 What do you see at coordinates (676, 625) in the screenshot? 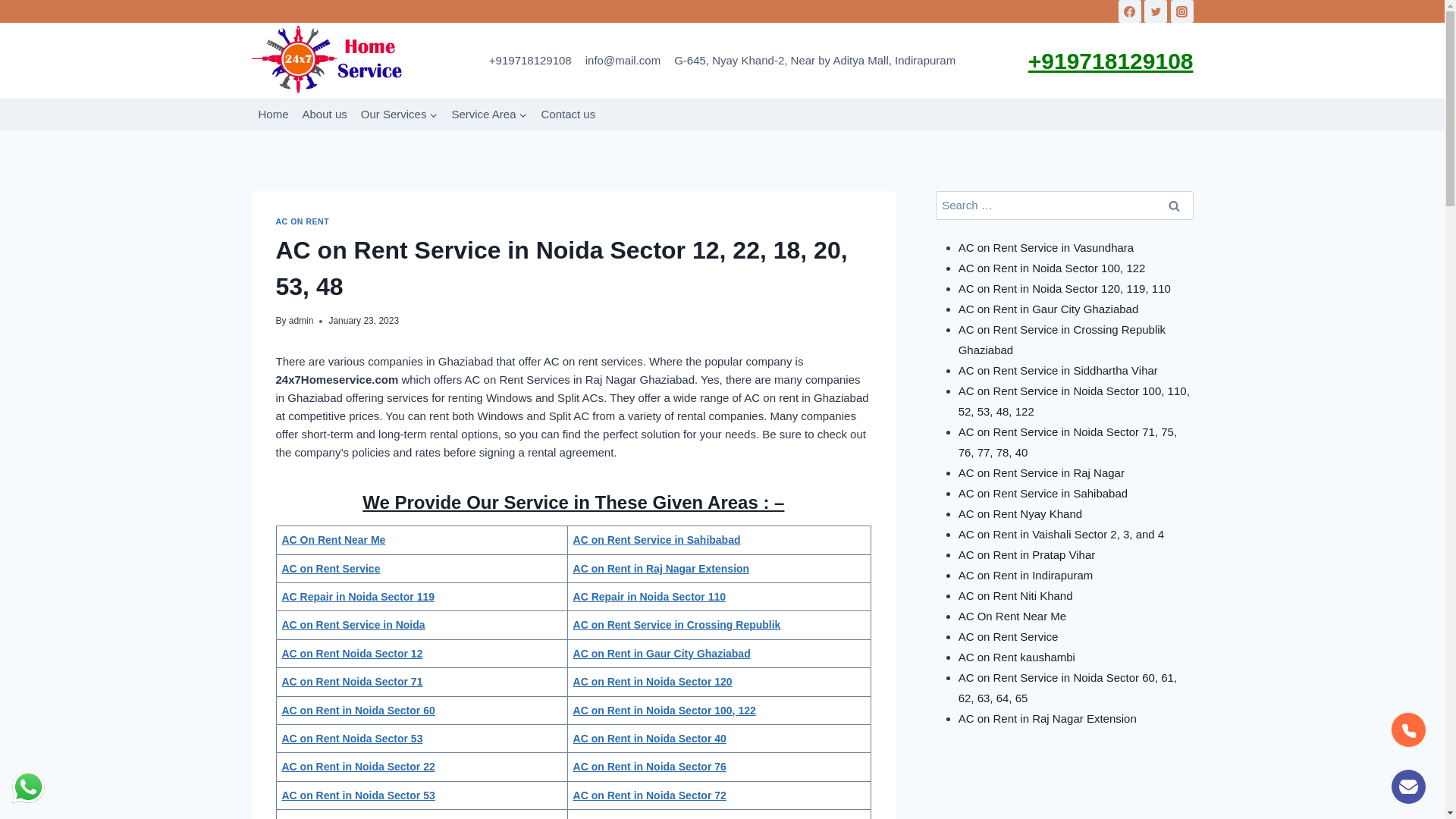
I see `'AC on Rent Service in Crossing Republik'` at bounding box center [676, 625].